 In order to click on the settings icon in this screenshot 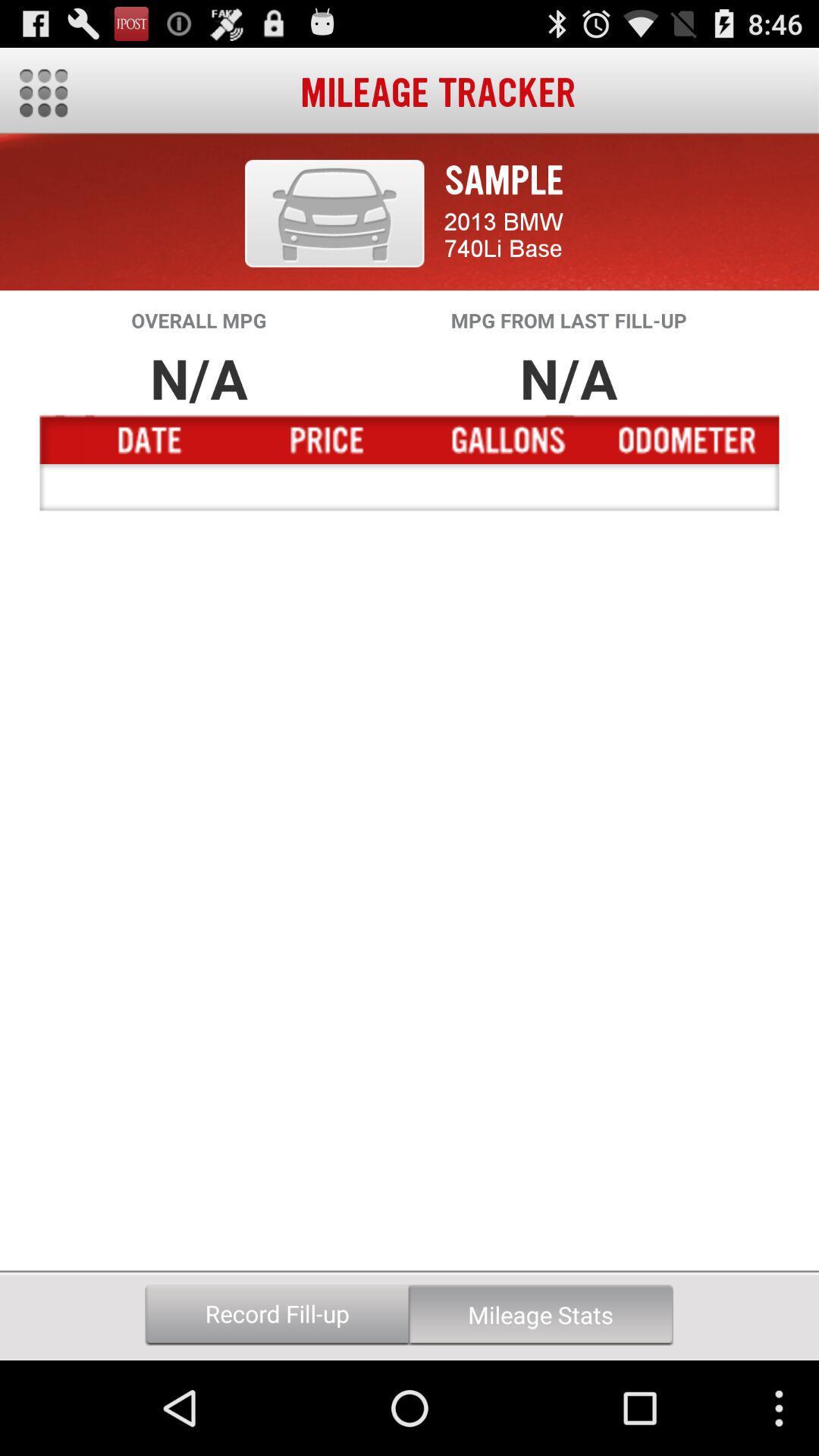, I will do `click(42, 99)`.